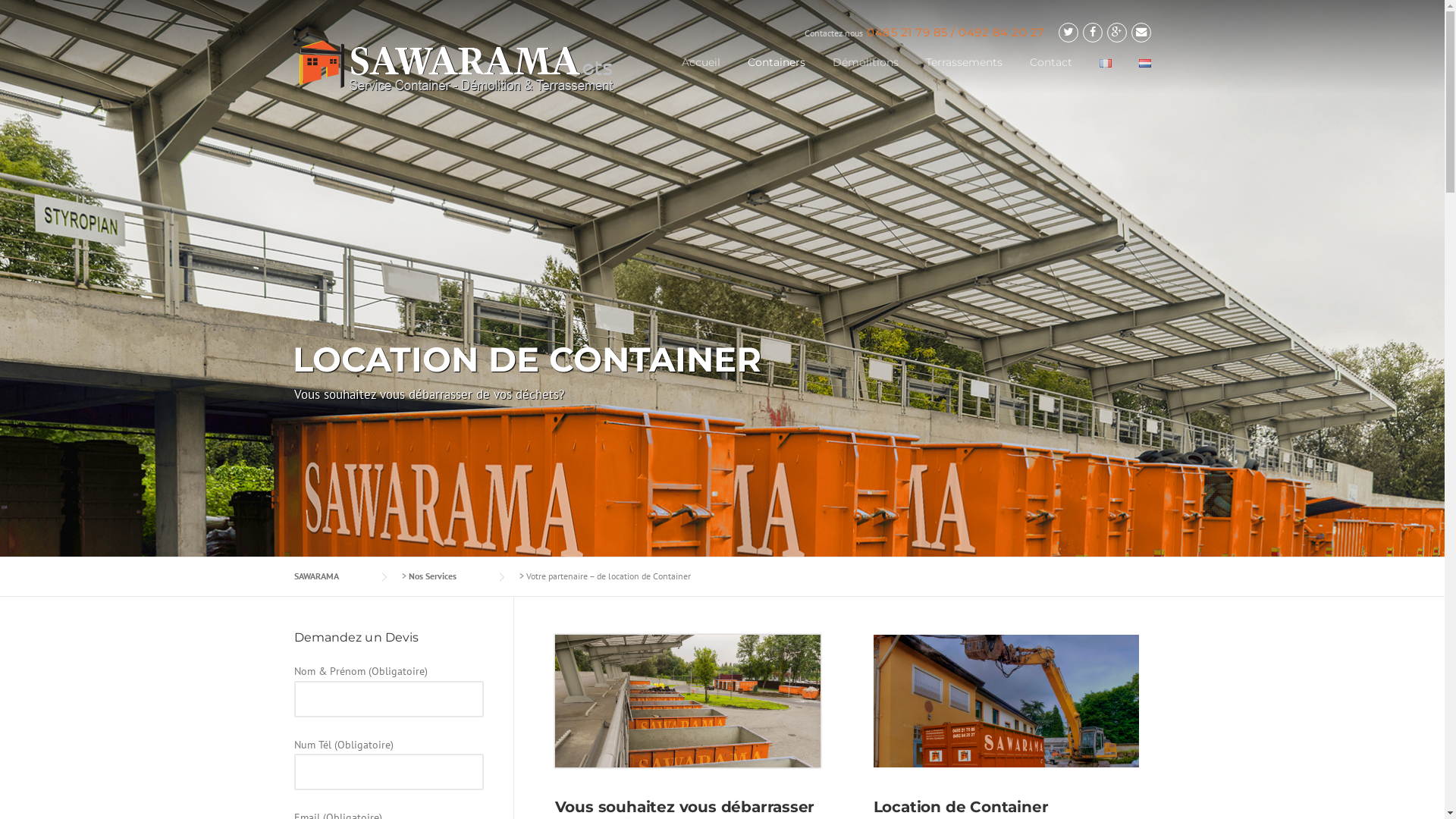 The image size is (1456, 819). What do you see at coordinates (962, 74) in the screenshot?
I see `'Terrassements'` at bounding box center [962, 74].